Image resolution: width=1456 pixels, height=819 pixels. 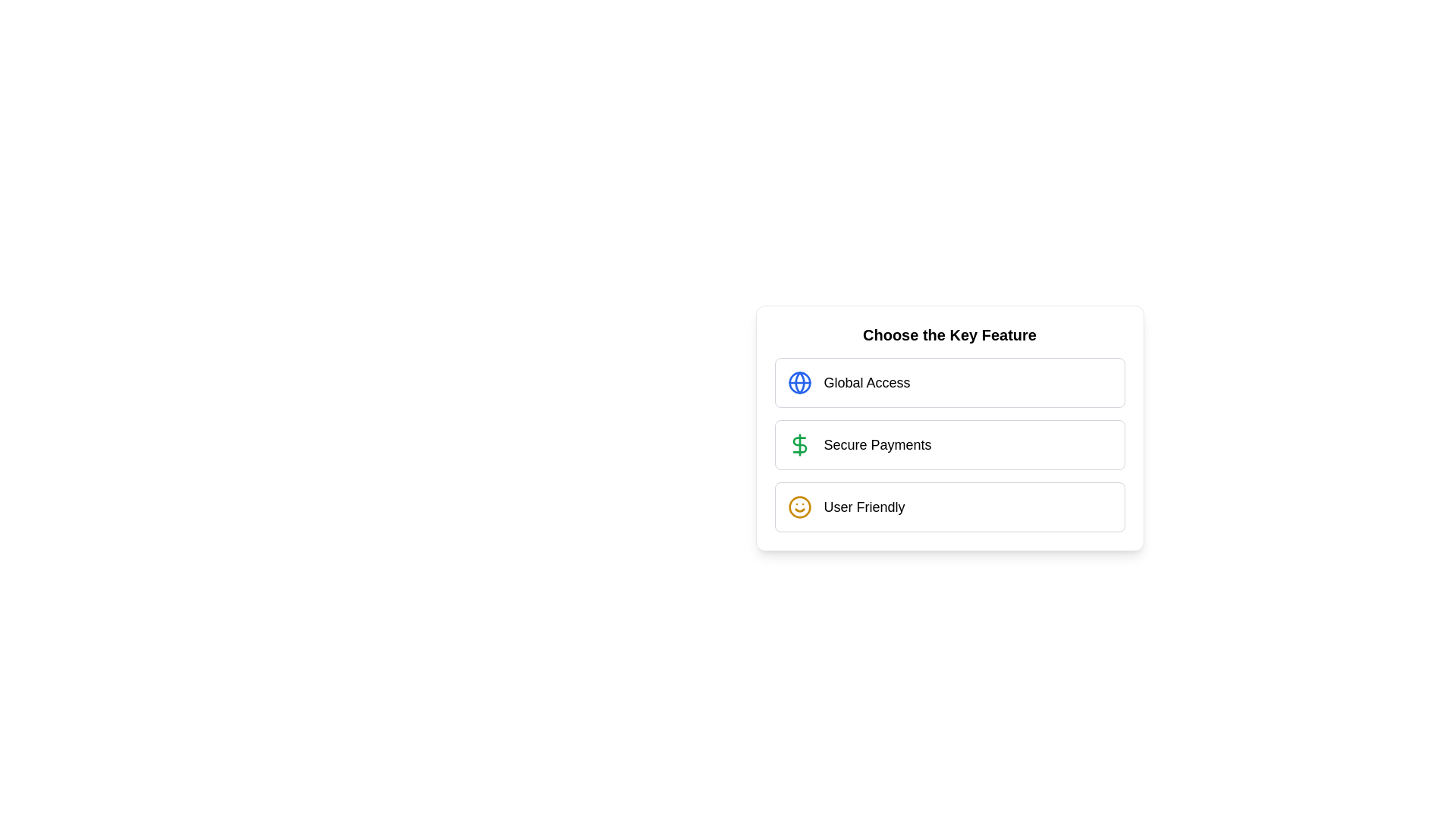 I want to click on the green dollar symbol icon enclosed within a circular shape, positioned next to the text 'Secure Payments' in the list of options under 'Choose the Key Feature', so click(x=799, y=444).